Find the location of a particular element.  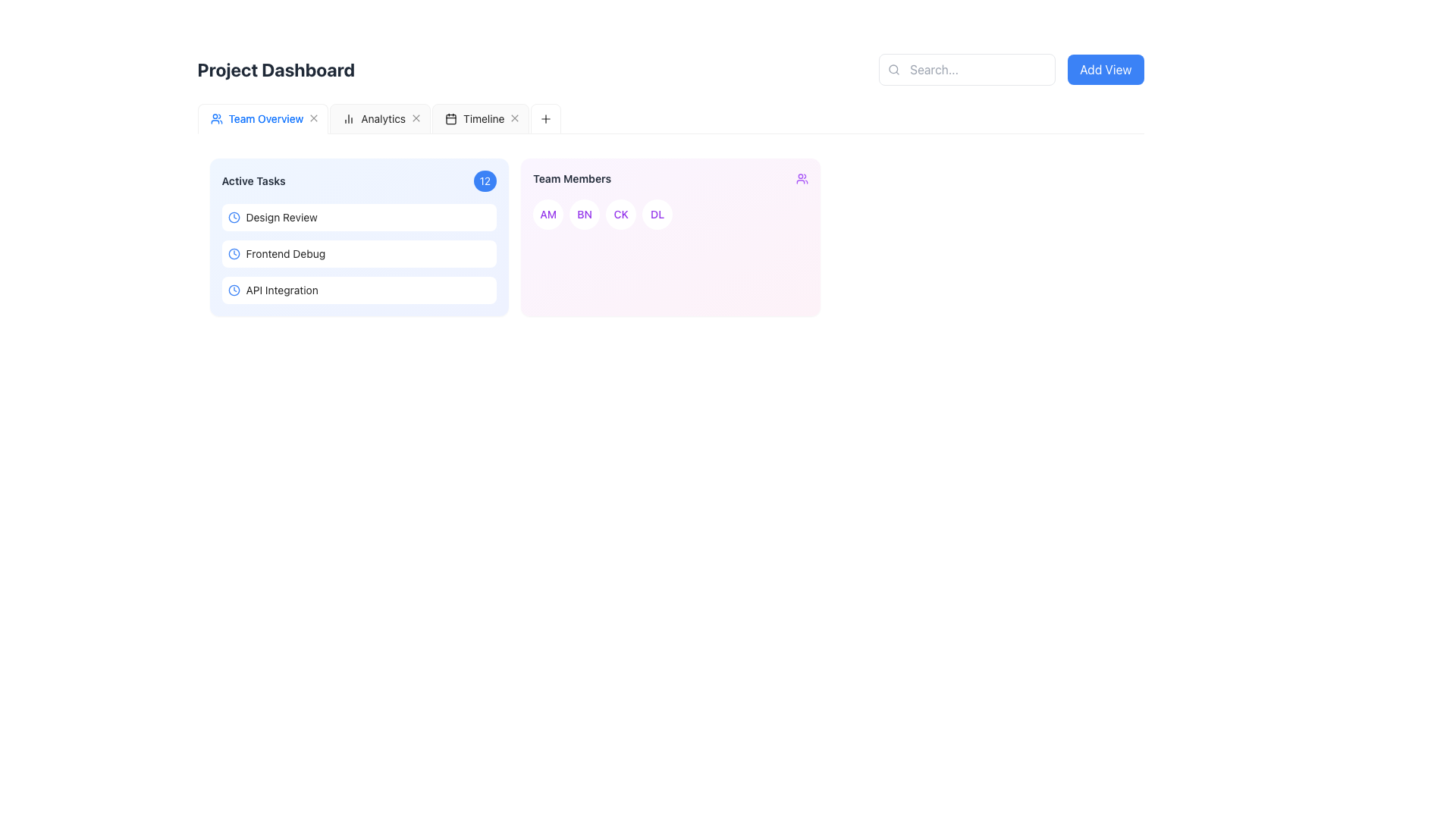

text label displaying 'API Integration' located in the 'Active Tasks' section, positioned next to a blue clock icon is located at coordinates (282, 290).